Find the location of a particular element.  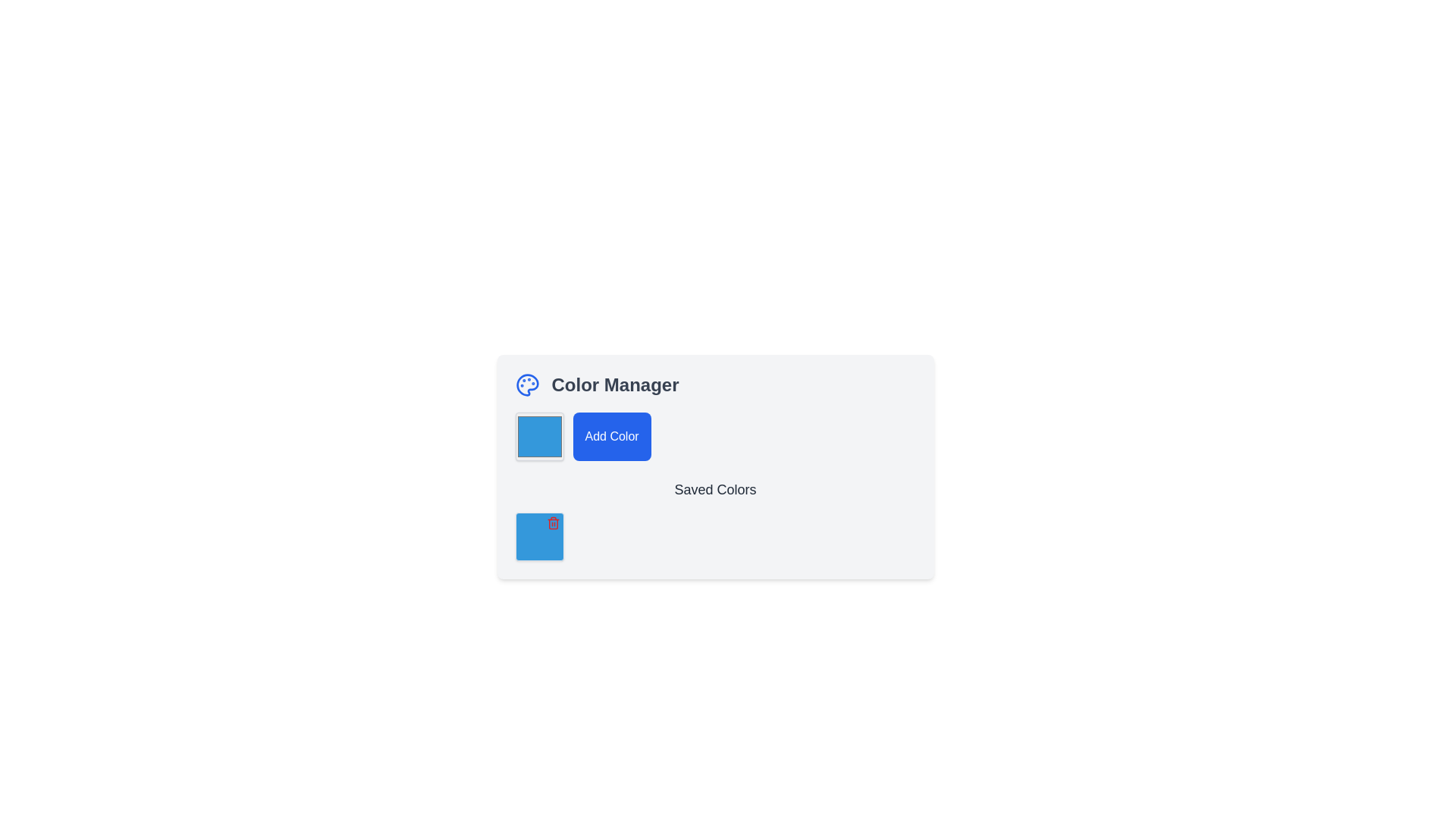

the blue palette icon located to the left of the 'Color Manager' text is located at coordinates (527, 384).